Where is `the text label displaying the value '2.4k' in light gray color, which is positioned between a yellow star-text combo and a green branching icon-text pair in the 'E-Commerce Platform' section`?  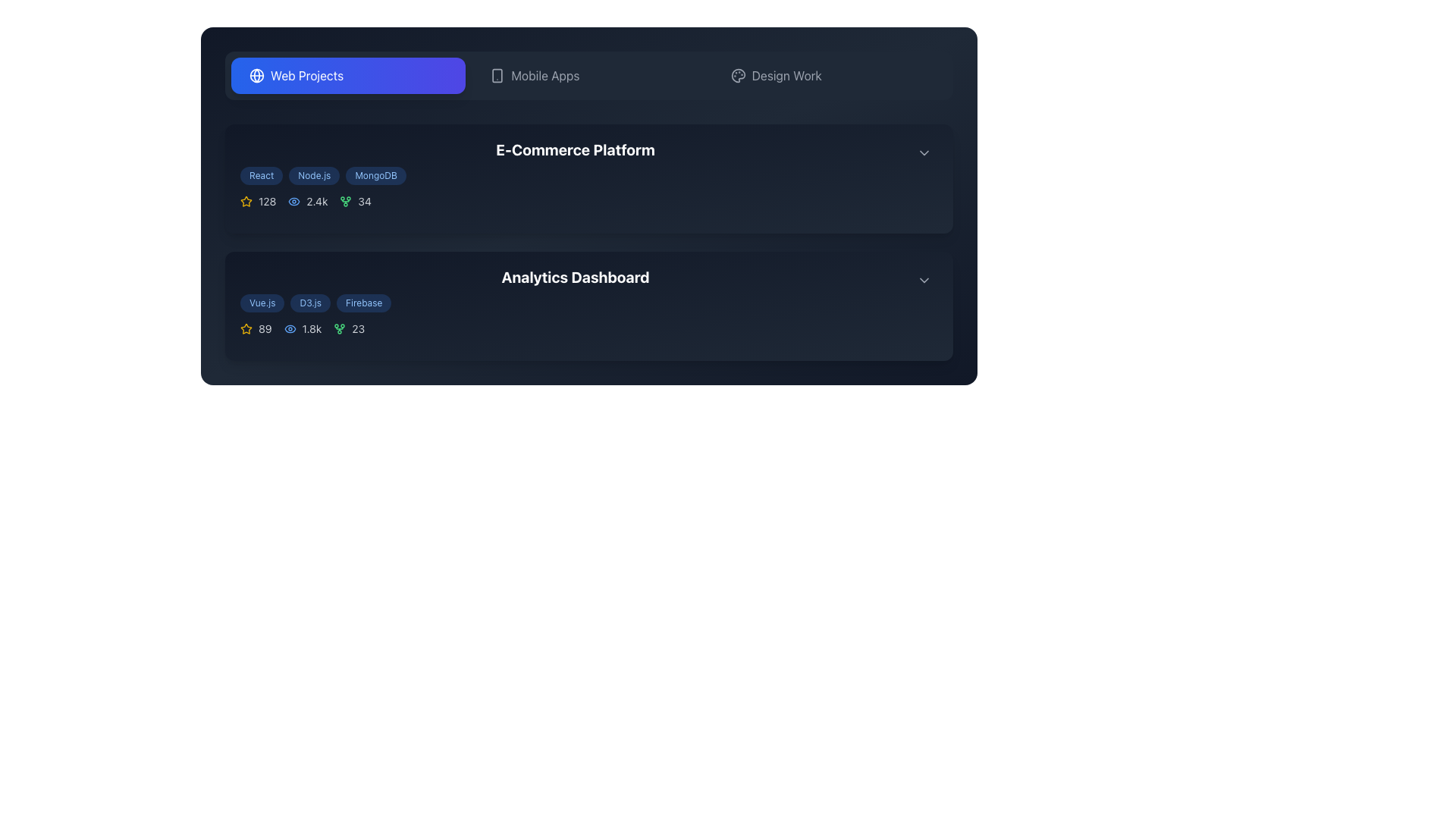
the text label displaying the value '2.4k' in light gray color, which is positioned between a yellow star-text combo and a green branching icon-text pair in the 'E-Commerce Platform' section is located at coordinates (307, 201).